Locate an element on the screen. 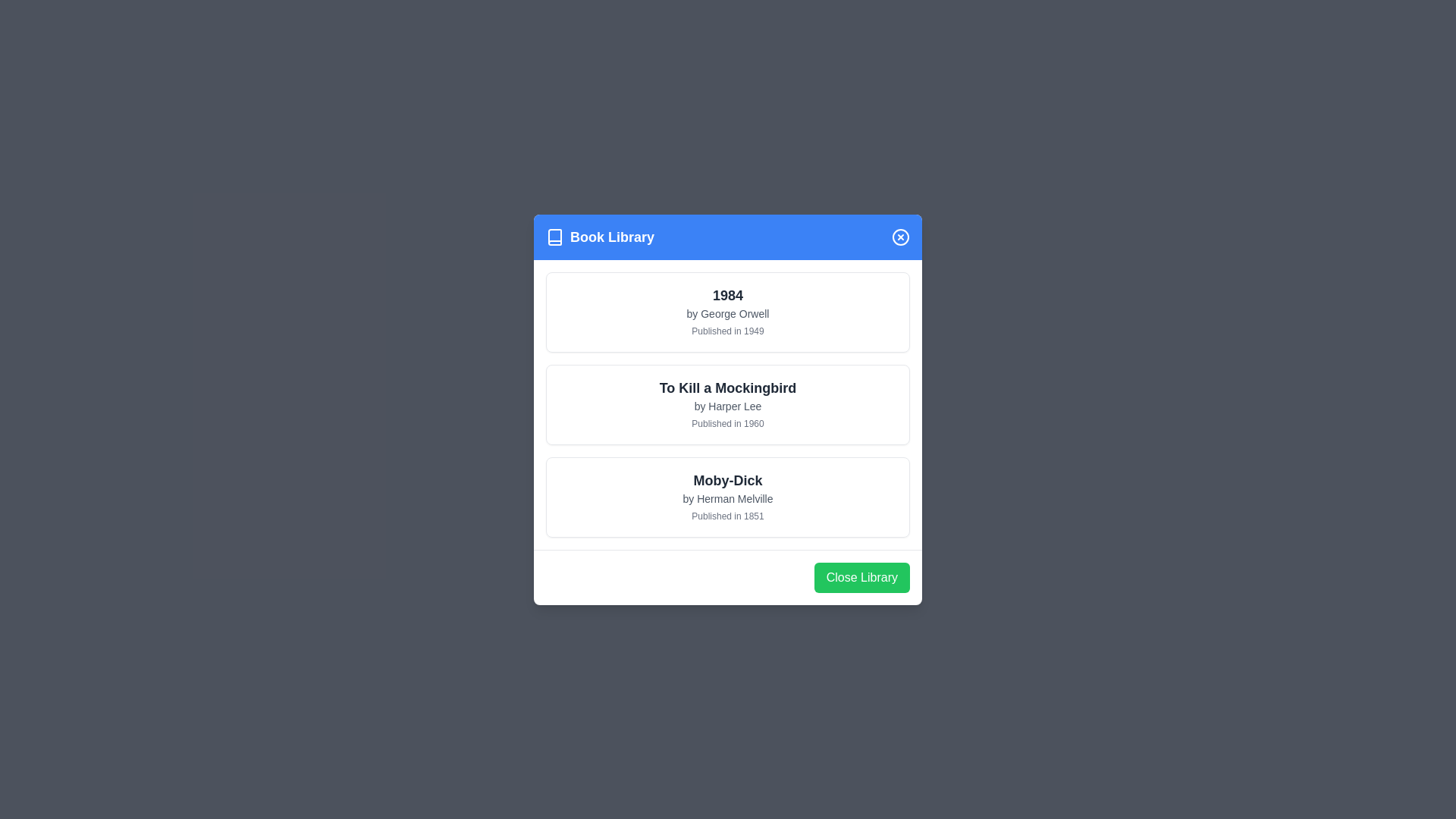 The image size is (1456, 819). the book card 1984 to observe the shadow effect is located at coordinates (728, 311).